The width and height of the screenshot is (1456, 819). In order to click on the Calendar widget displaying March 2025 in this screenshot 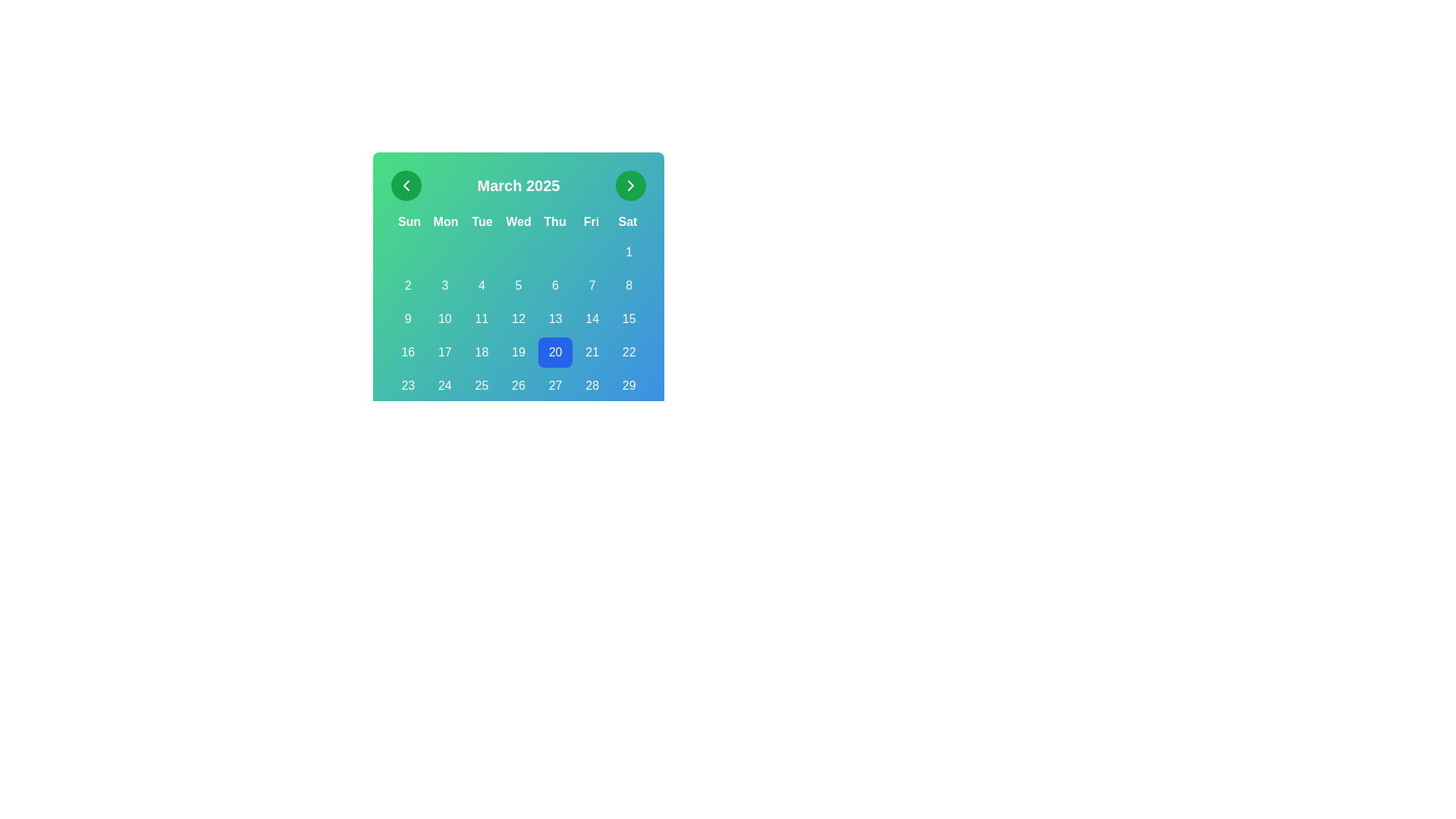, I will do `click(519, 329)`.